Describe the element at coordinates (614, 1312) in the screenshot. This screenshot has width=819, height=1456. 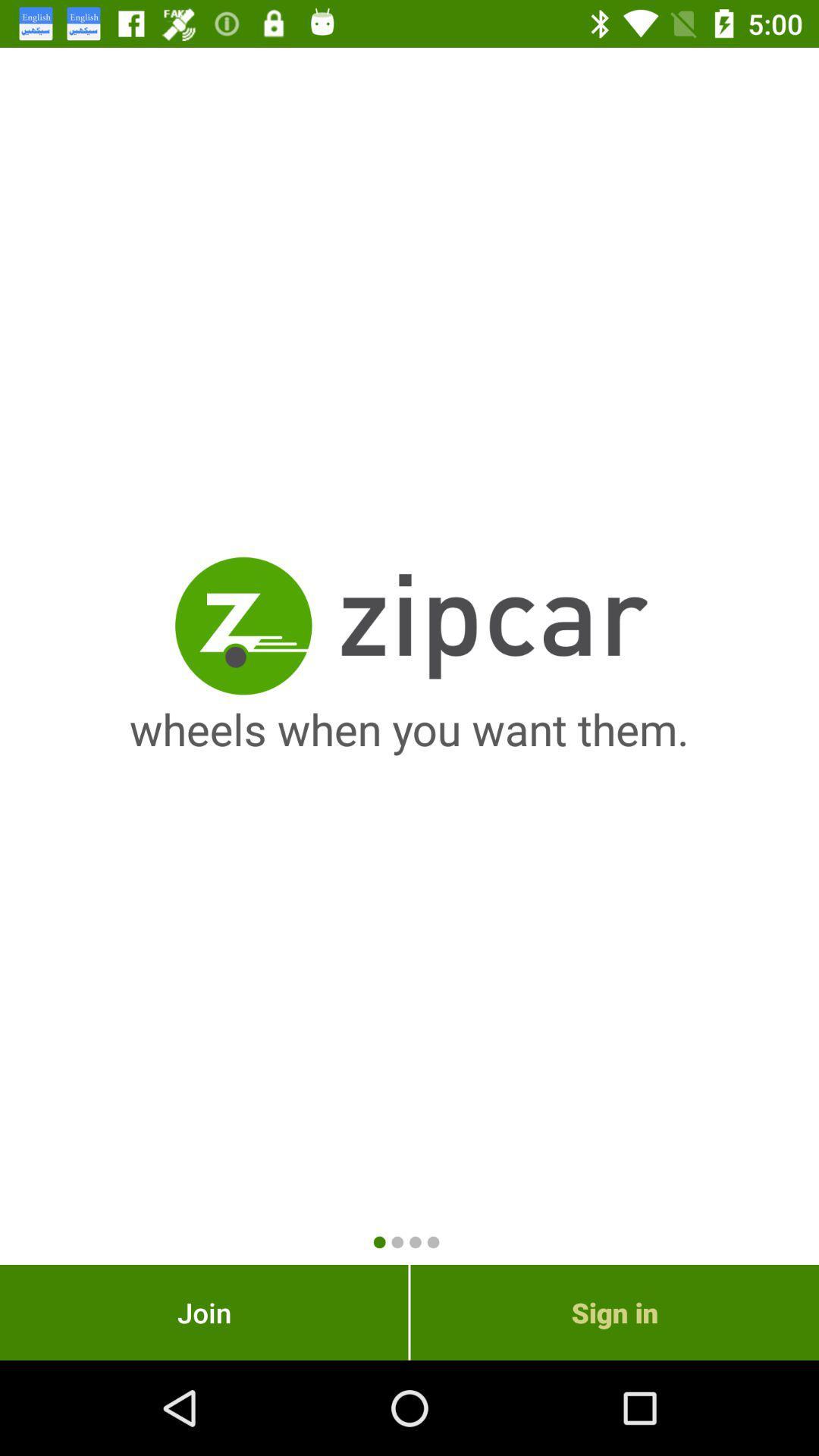
I see `item to the right of join icon` at that location.